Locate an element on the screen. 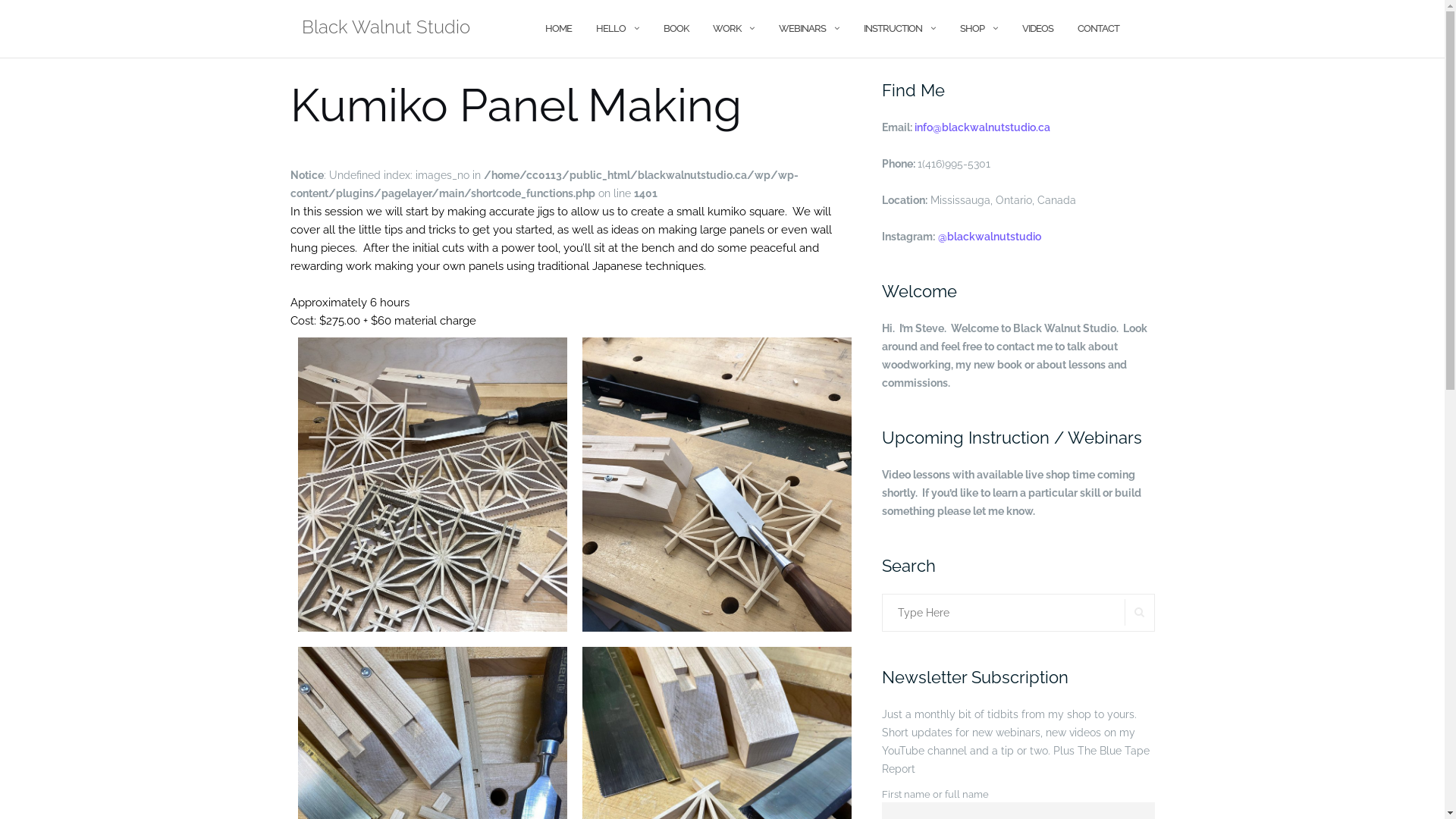 The image size is (1456, 819). 'VIDEOS' is located at coordinates (1037, 28).